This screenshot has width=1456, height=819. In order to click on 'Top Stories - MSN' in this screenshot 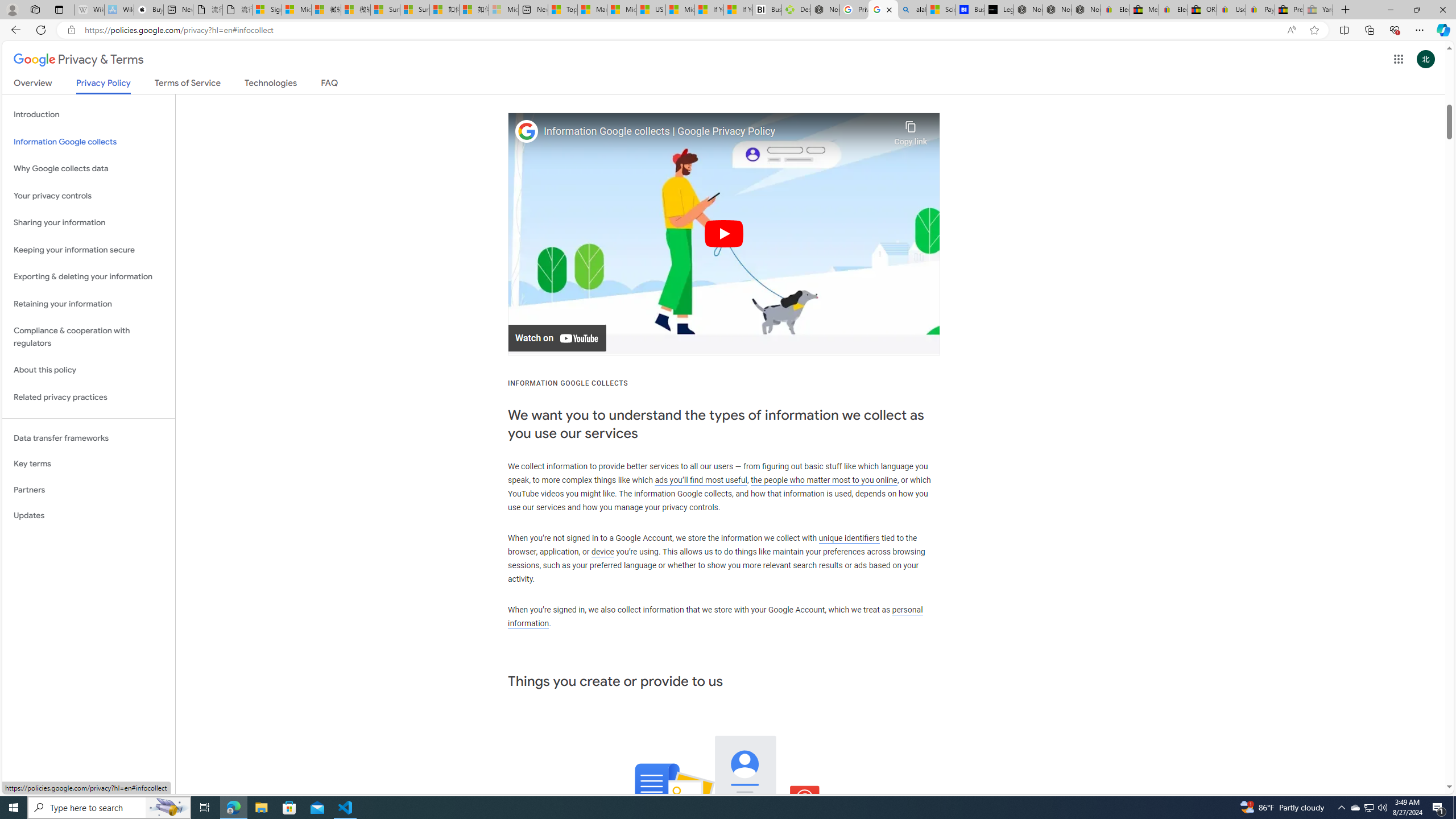, I will do `click(562, 9)`.